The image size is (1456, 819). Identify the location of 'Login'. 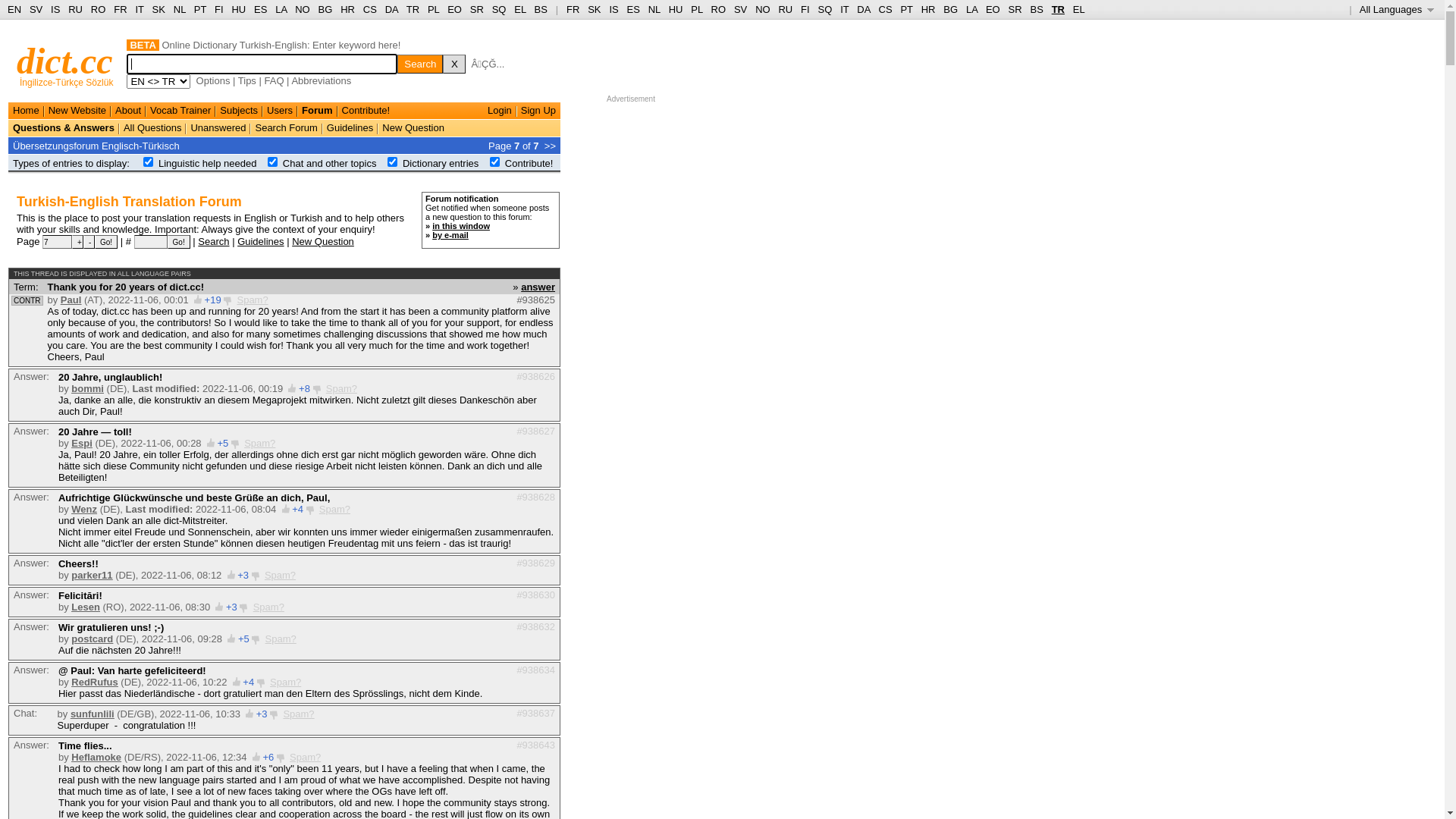
(499, 109).